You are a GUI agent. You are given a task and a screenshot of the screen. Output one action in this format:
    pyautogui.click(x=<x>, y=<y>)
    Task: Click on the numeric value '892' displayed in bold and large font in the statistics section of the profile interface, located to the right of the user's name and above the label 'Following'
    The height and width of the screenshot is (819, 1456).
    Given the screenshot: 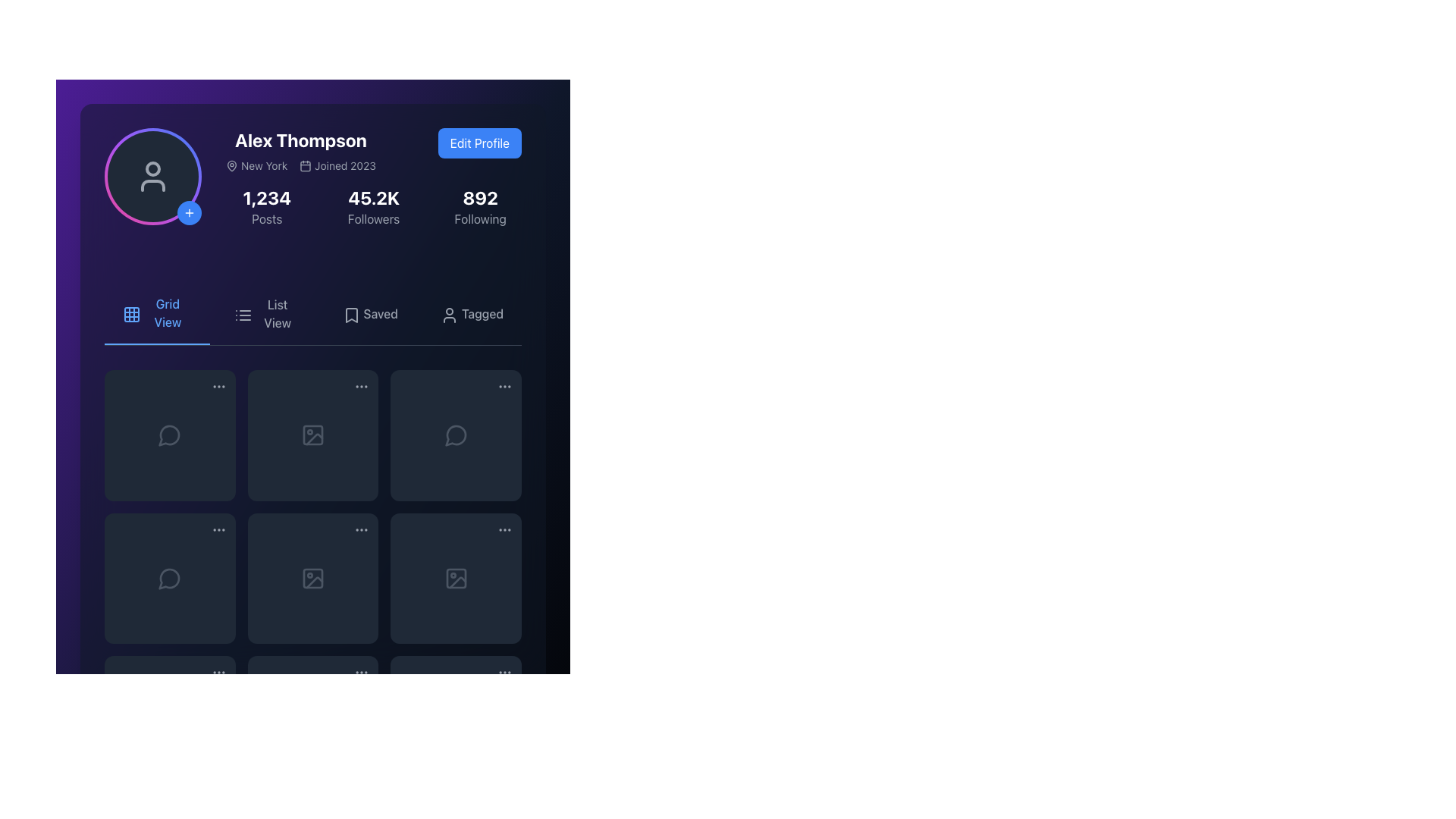 What is the action you would take?
    pyautogui.click(x=479, y=197)
    